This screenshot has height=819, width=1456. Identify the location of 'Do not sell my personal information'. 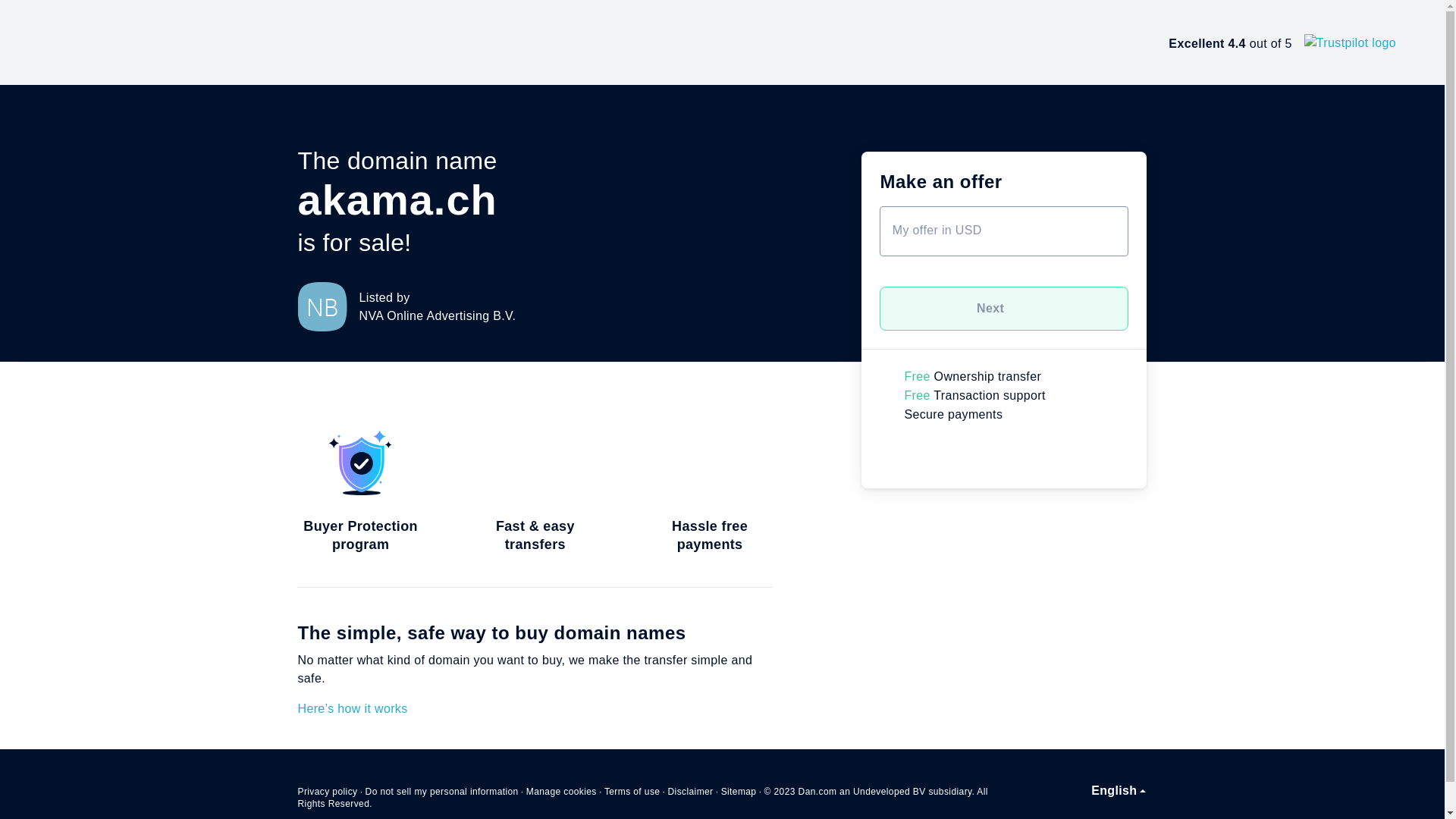
(441, 791).